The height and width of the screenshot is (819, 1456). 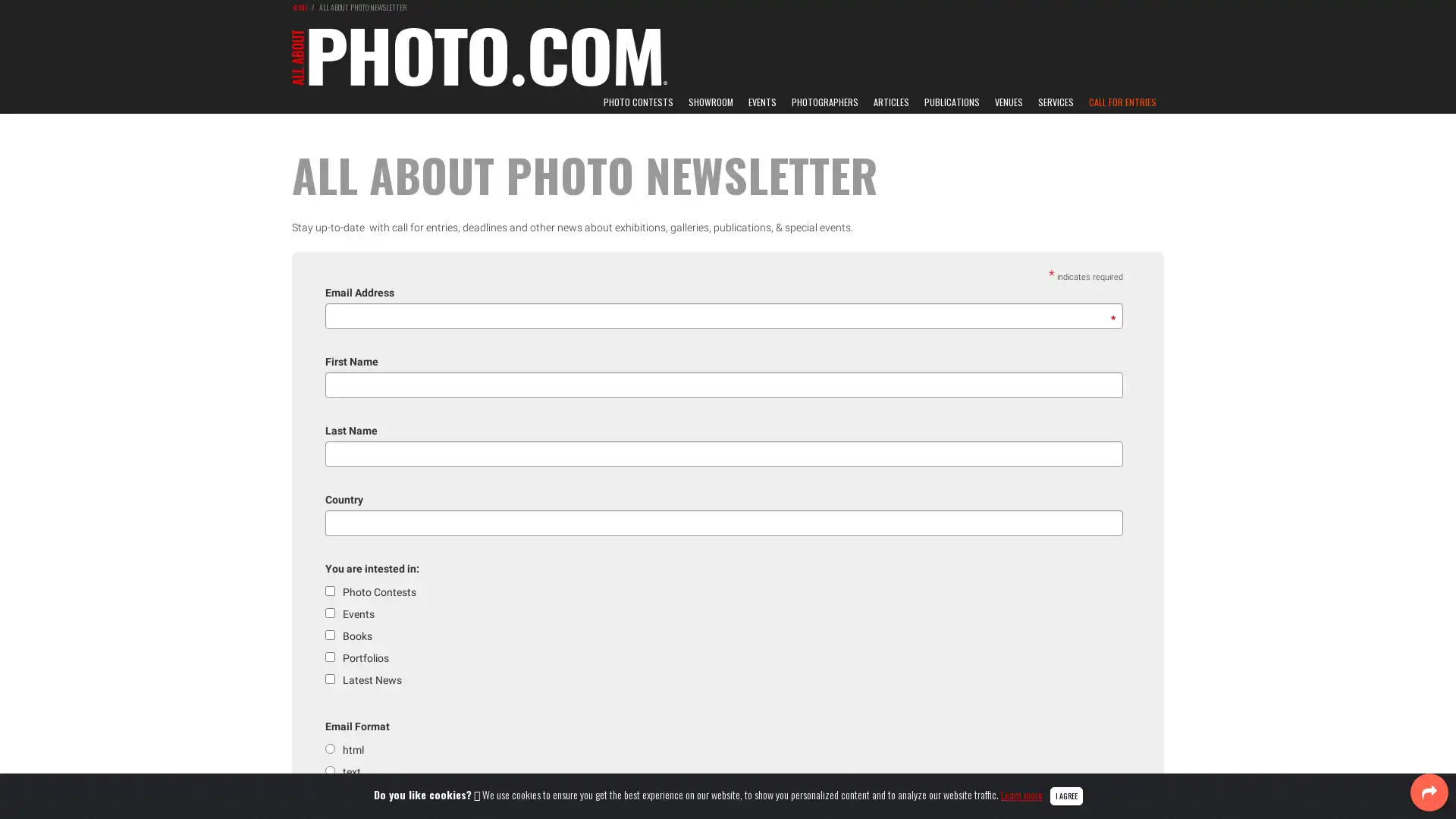 I want to click on SHOWROOM, so click(x=710, y=102).